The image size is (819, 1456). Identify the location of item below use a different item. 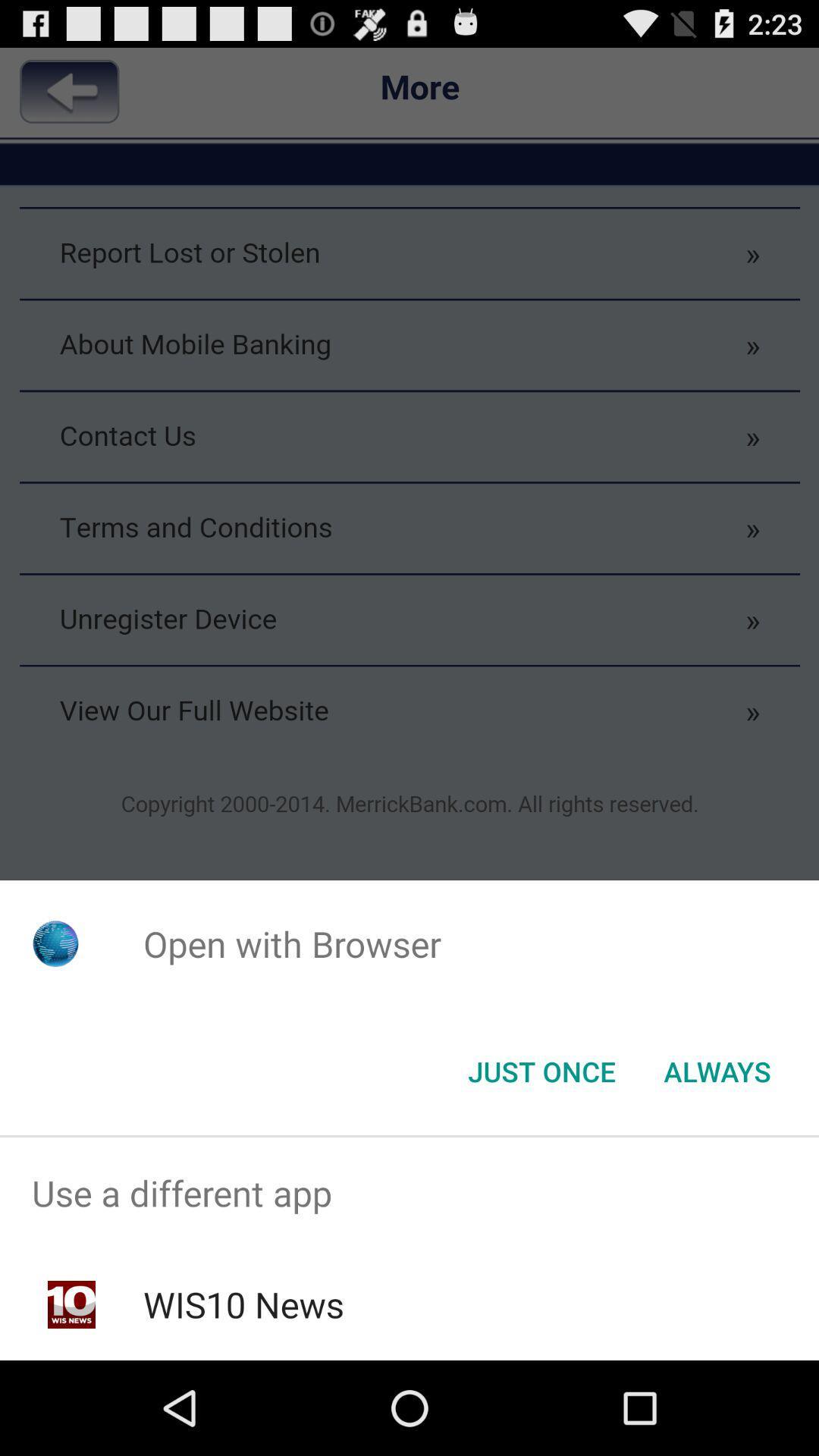
(243, 1304).